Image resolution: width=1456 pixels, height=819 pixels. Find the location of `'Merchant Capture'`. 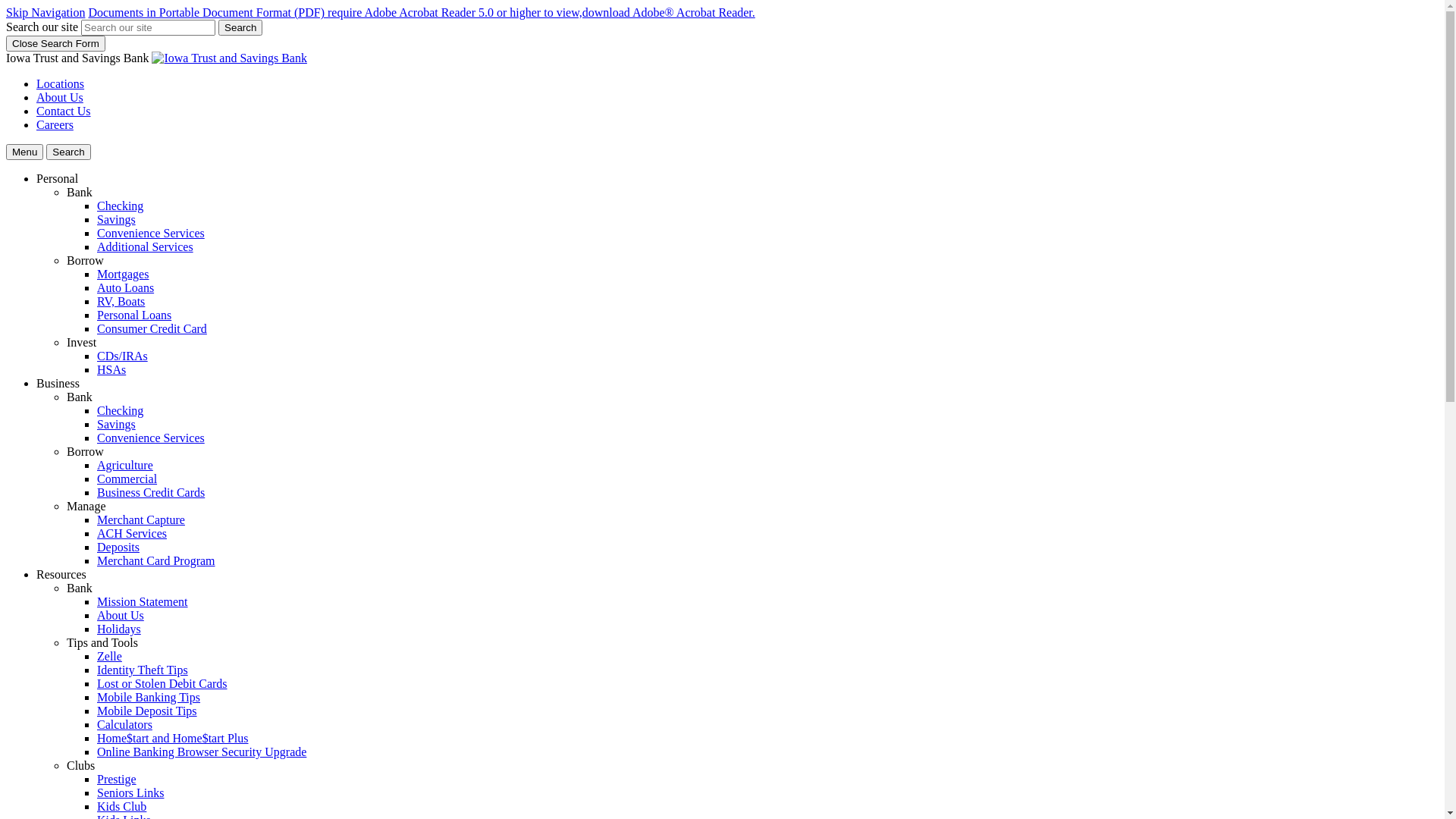

'Merchant Capture' is located at coordinates (141, 519).